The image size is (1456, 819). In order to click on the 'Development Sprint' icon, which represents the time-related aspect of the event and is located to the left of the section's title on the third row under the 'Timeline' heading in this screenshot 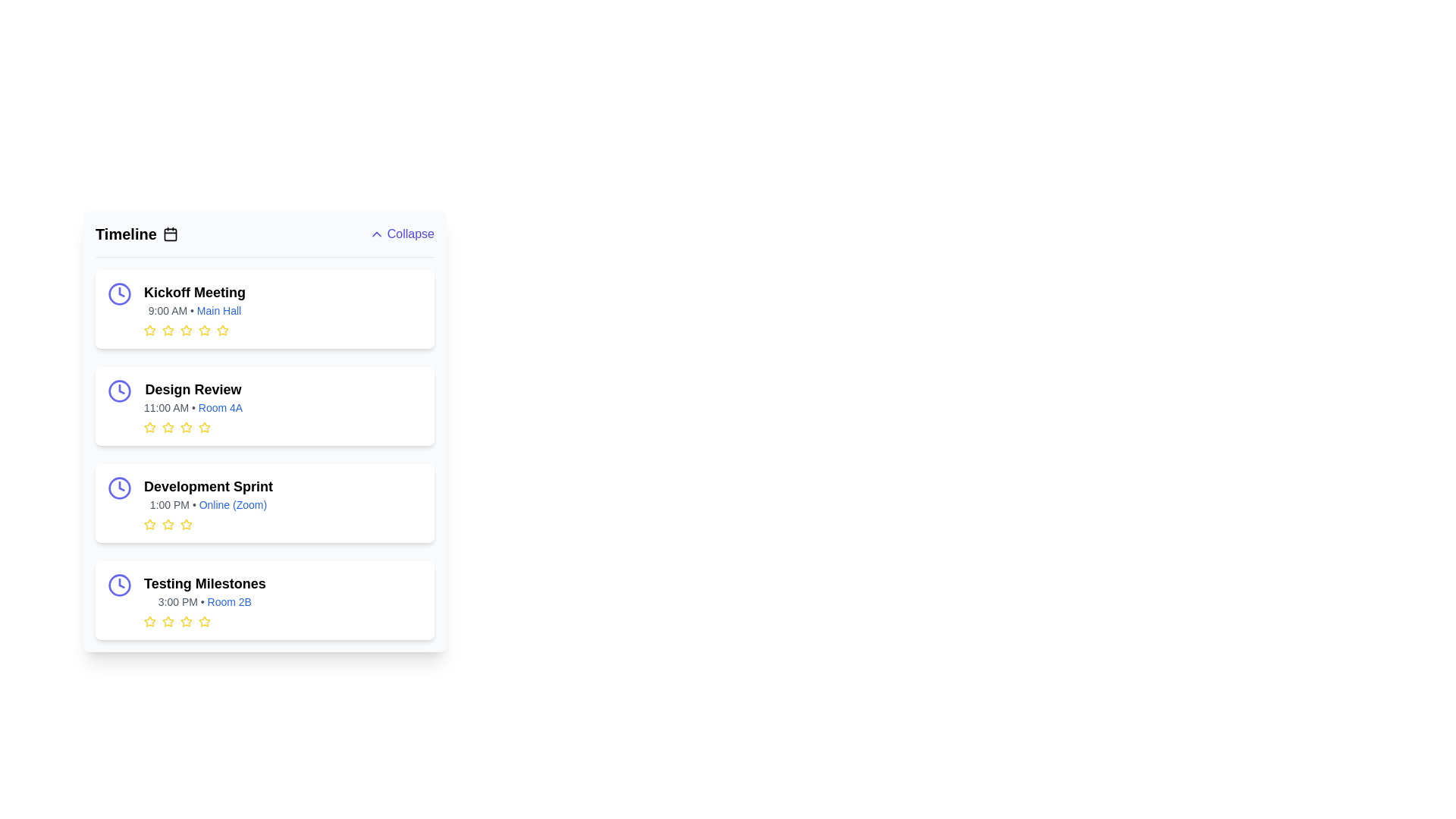, I will do `click(119, 488)`.